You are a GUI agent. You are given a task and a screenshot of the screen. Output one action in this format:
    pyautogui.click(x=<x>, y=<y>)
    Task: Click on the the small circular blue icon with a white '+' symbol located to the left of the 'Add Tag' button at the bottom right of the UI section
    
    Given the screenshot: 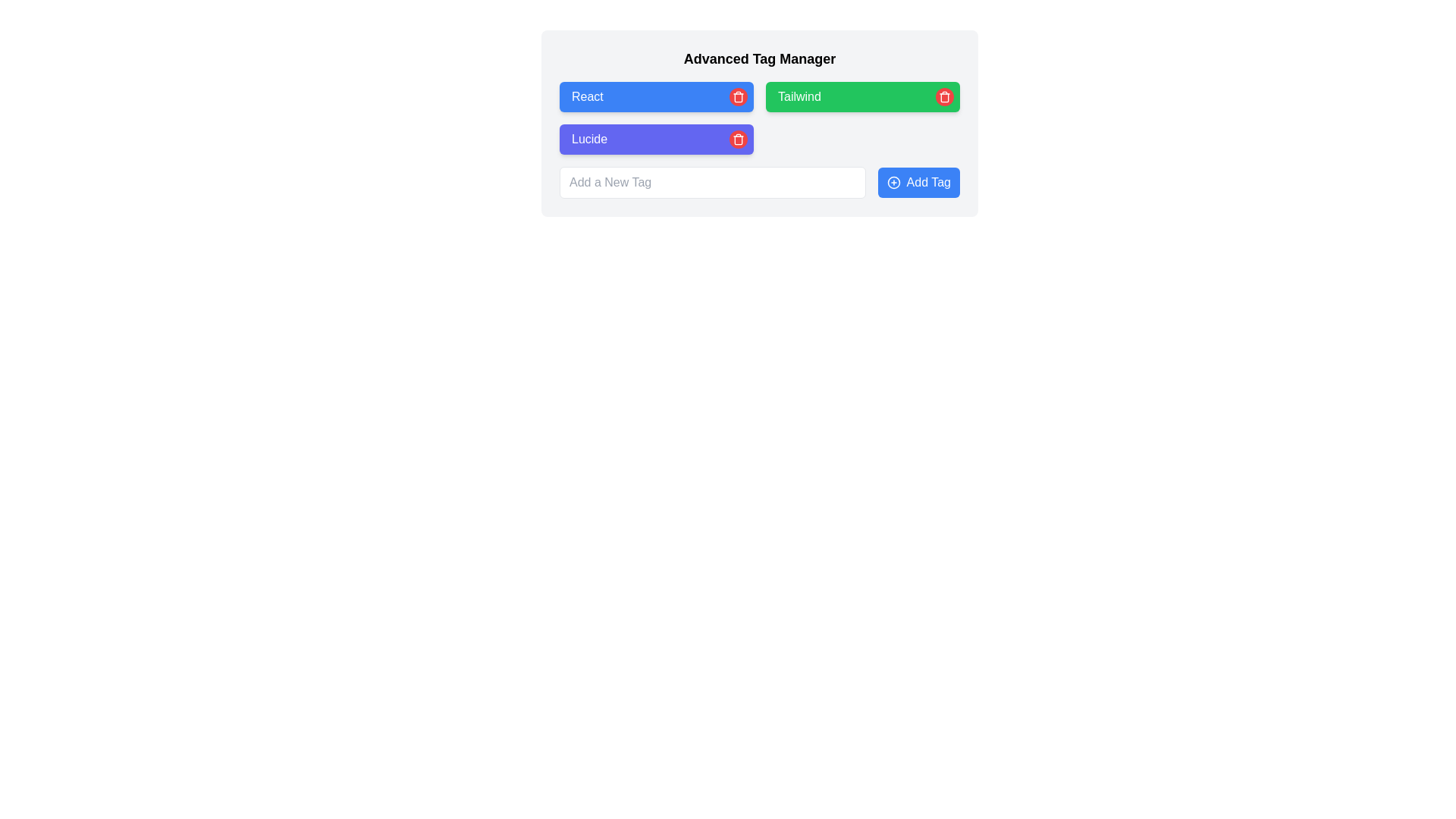 What is the action you would take?
    pyautogui.click(x=893, y=181)
    